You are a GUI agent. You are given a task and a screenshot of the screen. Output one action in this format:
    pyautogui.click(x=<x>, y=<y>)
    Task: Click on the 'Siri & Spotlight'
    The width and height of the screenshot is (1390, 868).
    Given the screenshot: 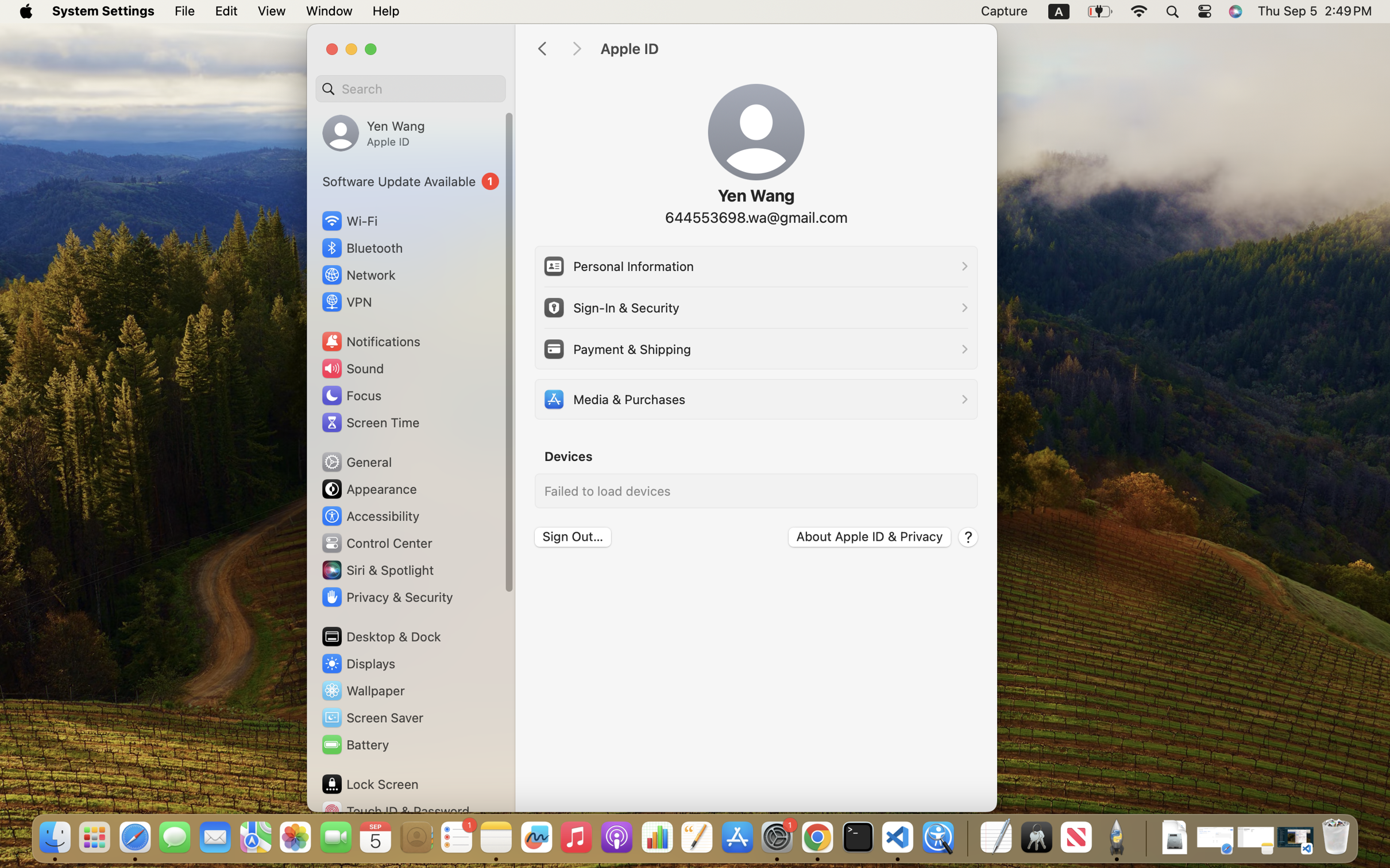 What is the action you would take?
    pyautogui.click(x=376, y=569)
    